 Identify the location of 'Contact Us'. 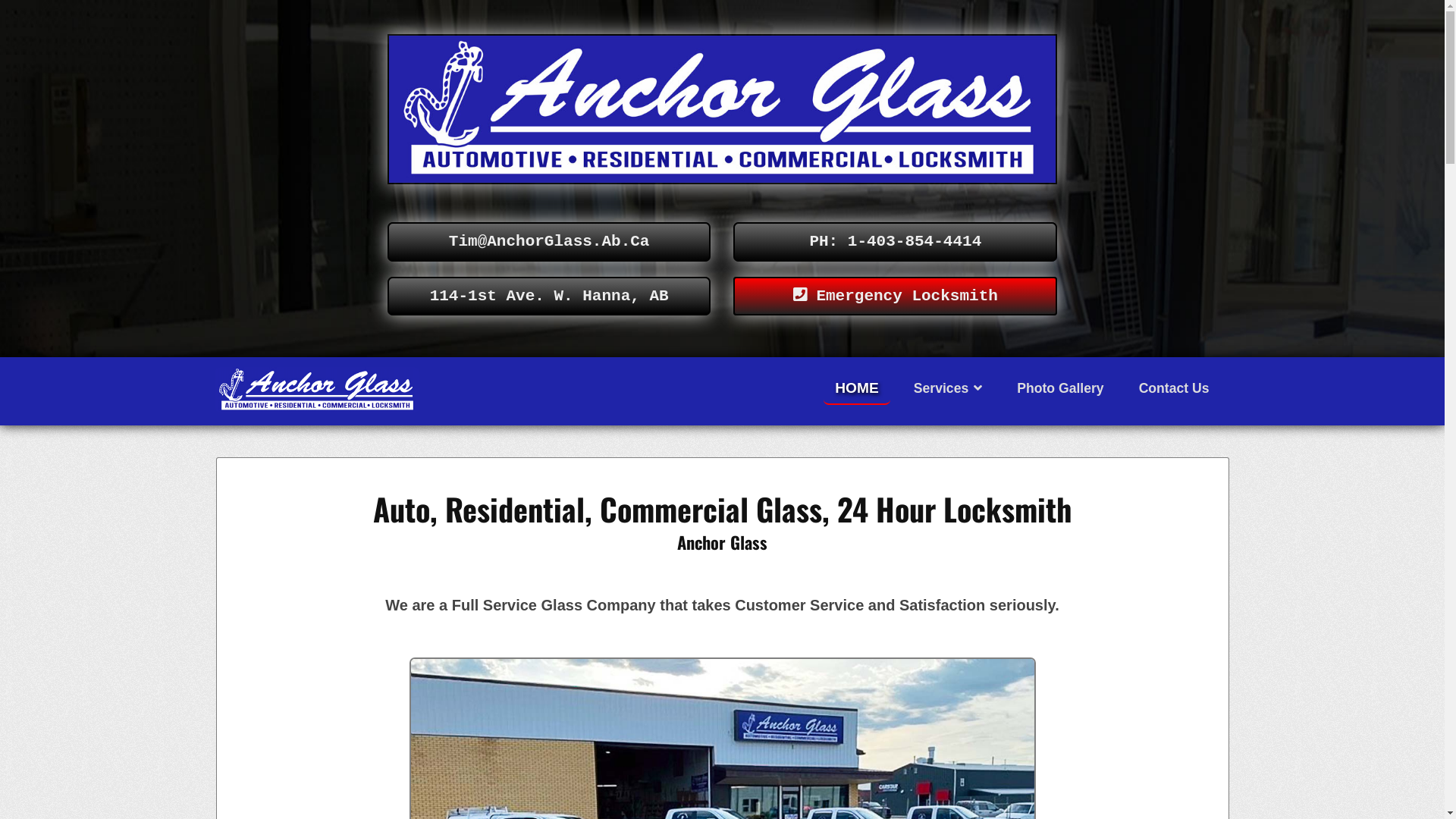
(1173, 388).